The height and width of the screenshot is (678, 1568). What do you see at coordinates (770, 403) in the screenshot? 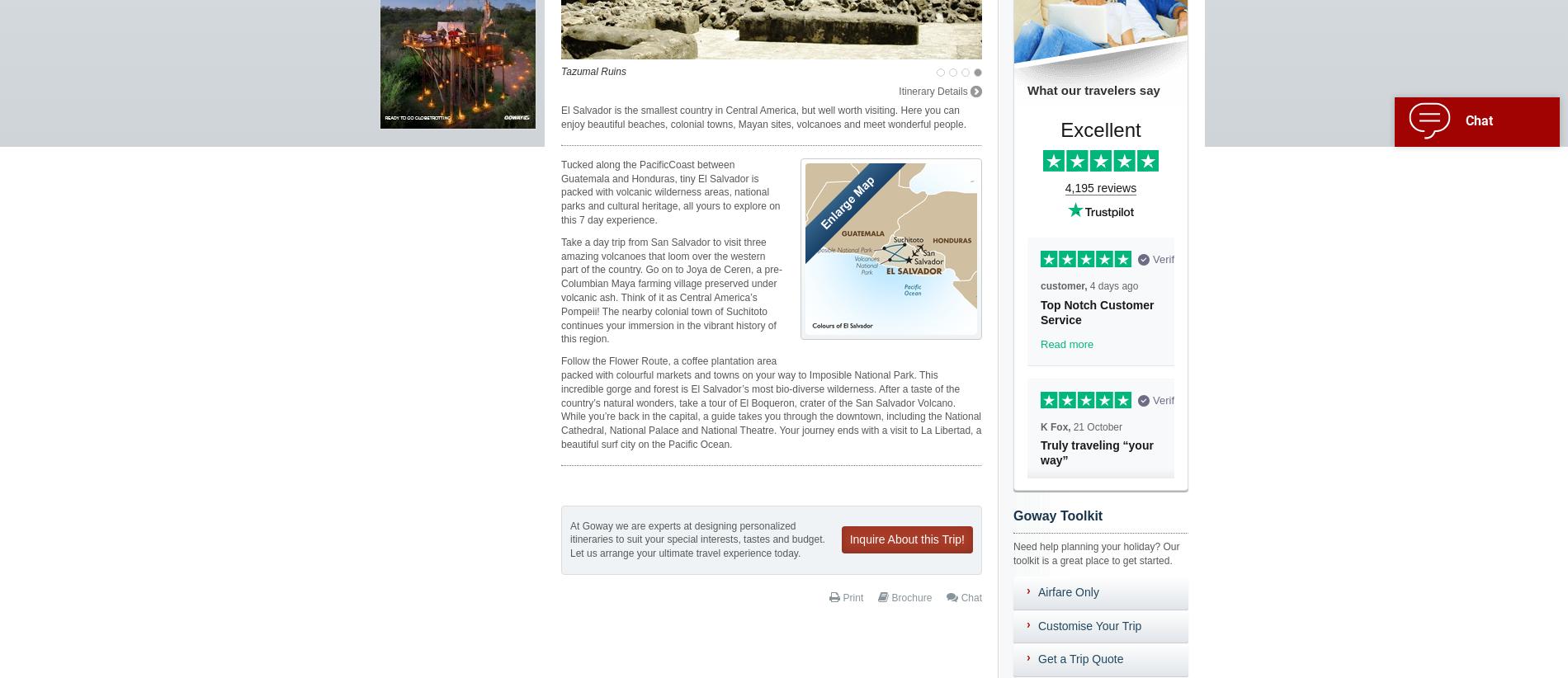
I see `'Follow the Flower Route, a coffee plantation area packed with colourful markets and towns on your way to Imposible National Park. This incredible gorge and forest is El Salvador’s most bio-diverse wilderness. After a taste of the country’s natural wonders, take a tour of El Boqueron, crater of the San Salvador Volcano. While you’re back in the capital, a guide takes you through the downtown, including the National Cathedral, National Palace and National Theatre. Your journey ends with a visit to La Libertad, a beautiful surf city on the Pacific Ocean.'` at bounding box center [770, 403].